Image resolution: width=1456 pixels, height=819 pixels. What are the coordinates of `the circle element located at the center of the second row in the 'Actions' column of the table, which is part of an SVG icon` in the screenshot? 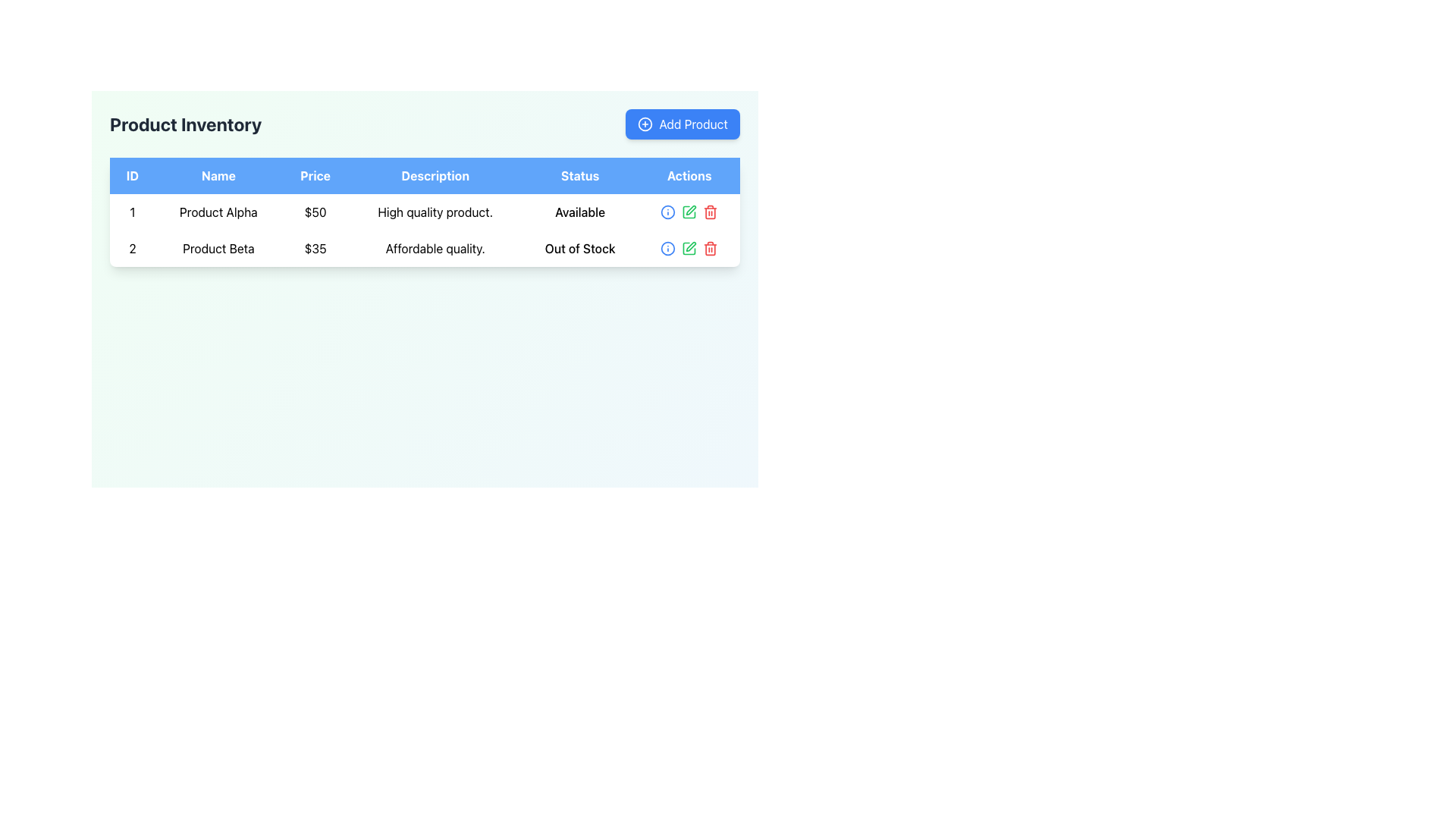 It's located at (667, 212).